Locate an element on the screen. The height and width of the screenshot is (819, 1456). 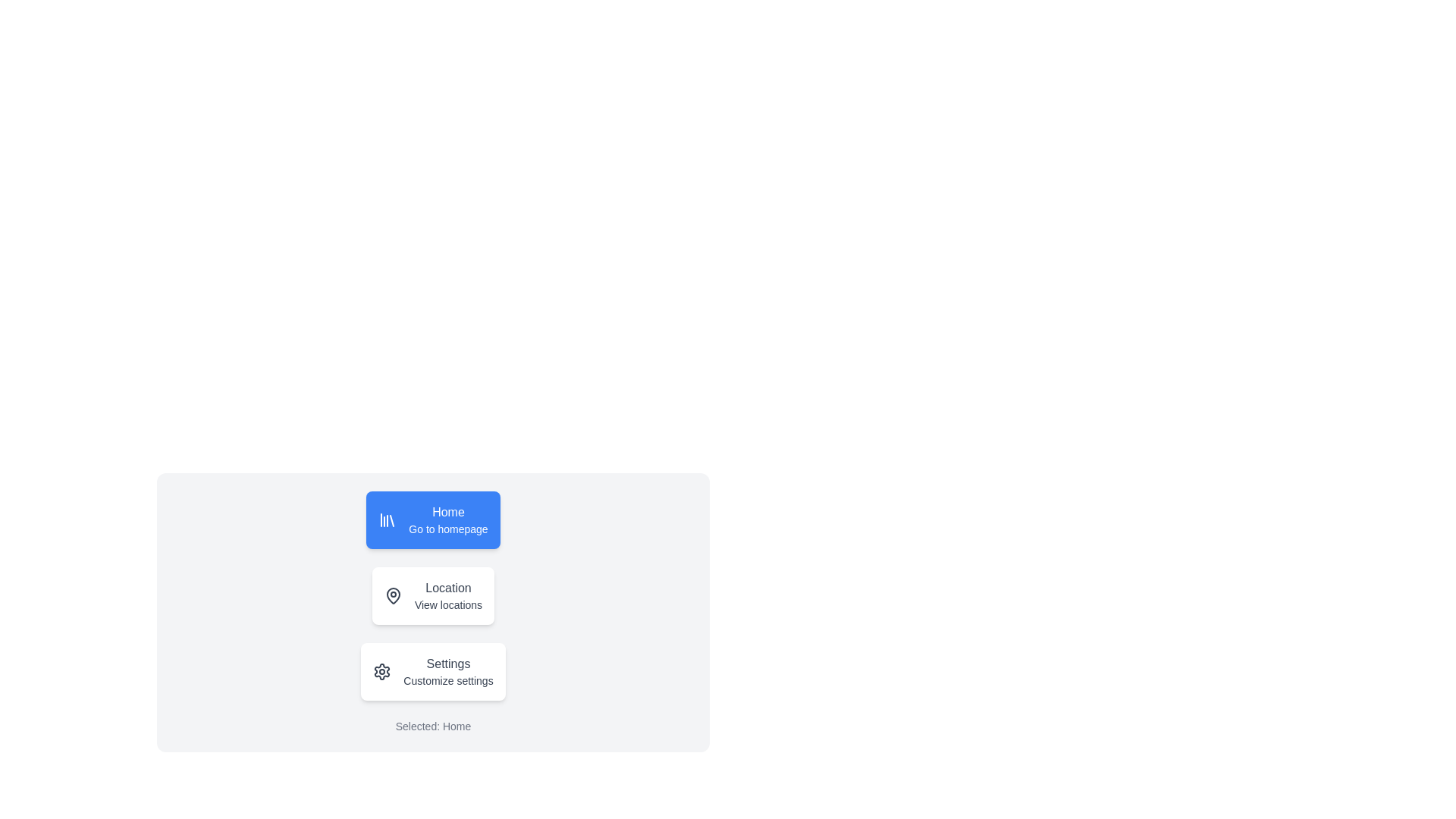
the navigation item Home from the options: Home, Location, or Settings is located at coordinates (432, 519).